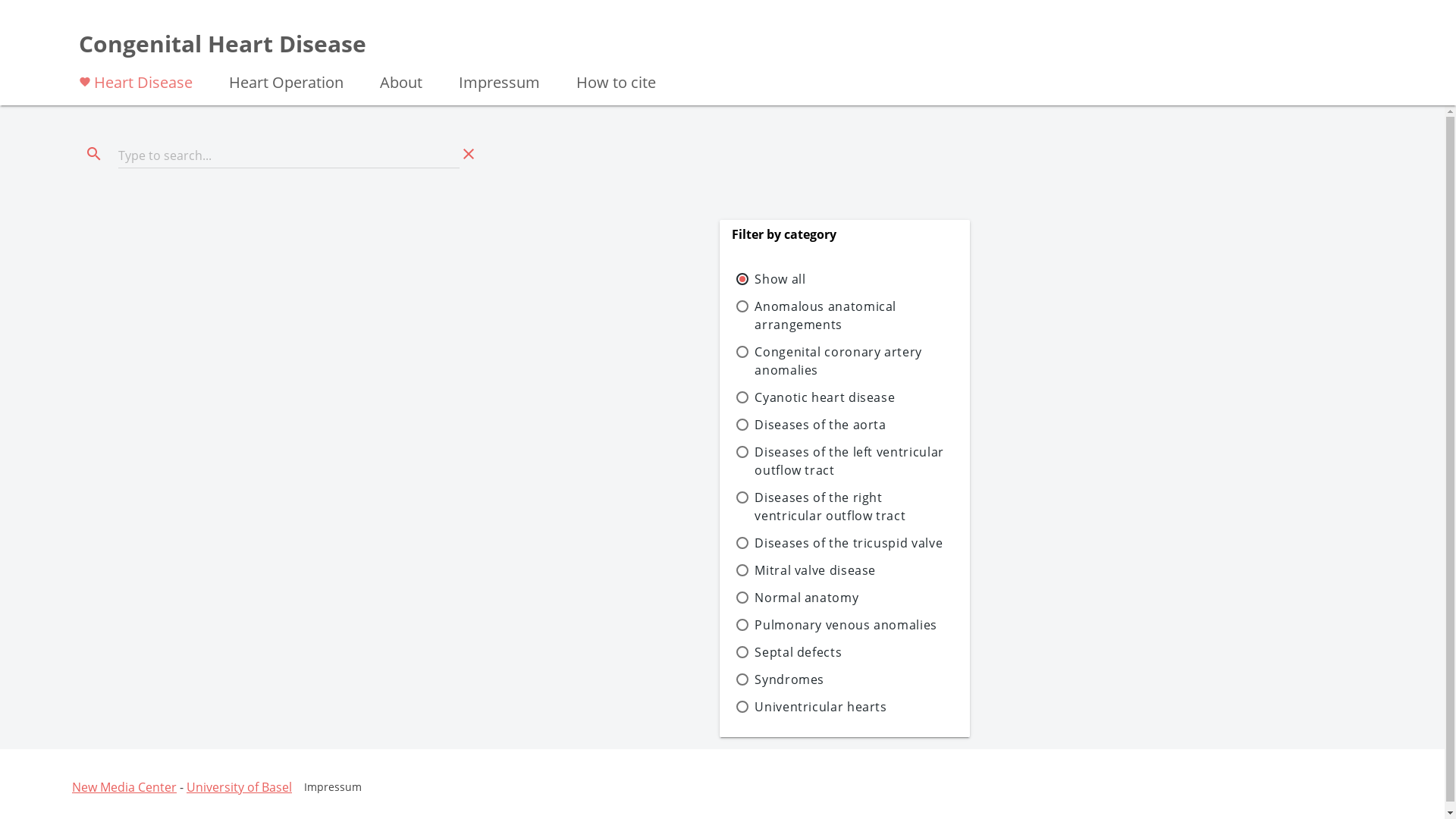 This screenshot has width=1456, height=819. I want to click on 'Heart Operation', so click(286, 81).